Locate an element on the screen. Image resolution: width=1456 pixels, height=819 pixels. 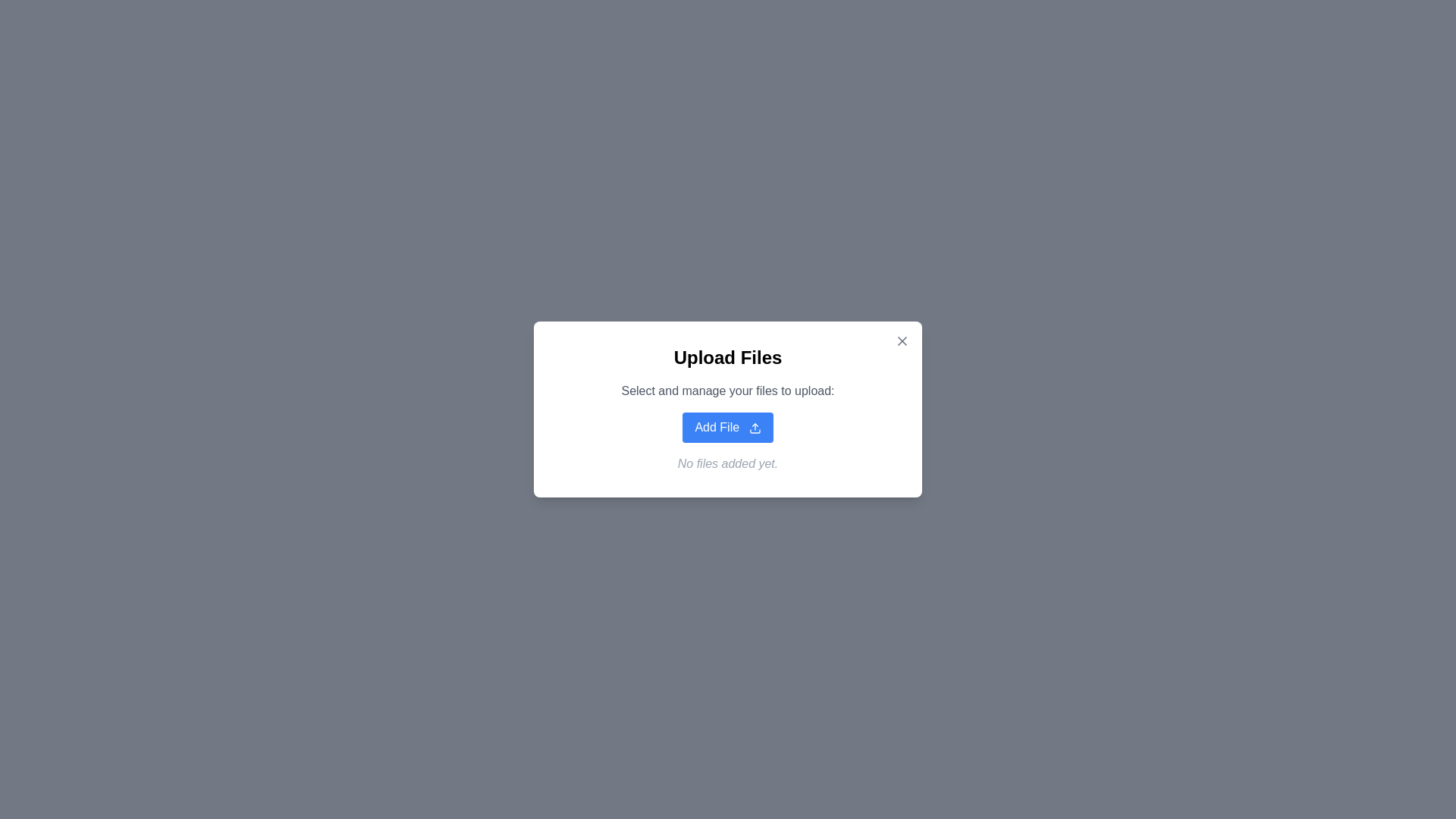
the close button in the top-right corner of the dialog is located at coordinates (902, 341).